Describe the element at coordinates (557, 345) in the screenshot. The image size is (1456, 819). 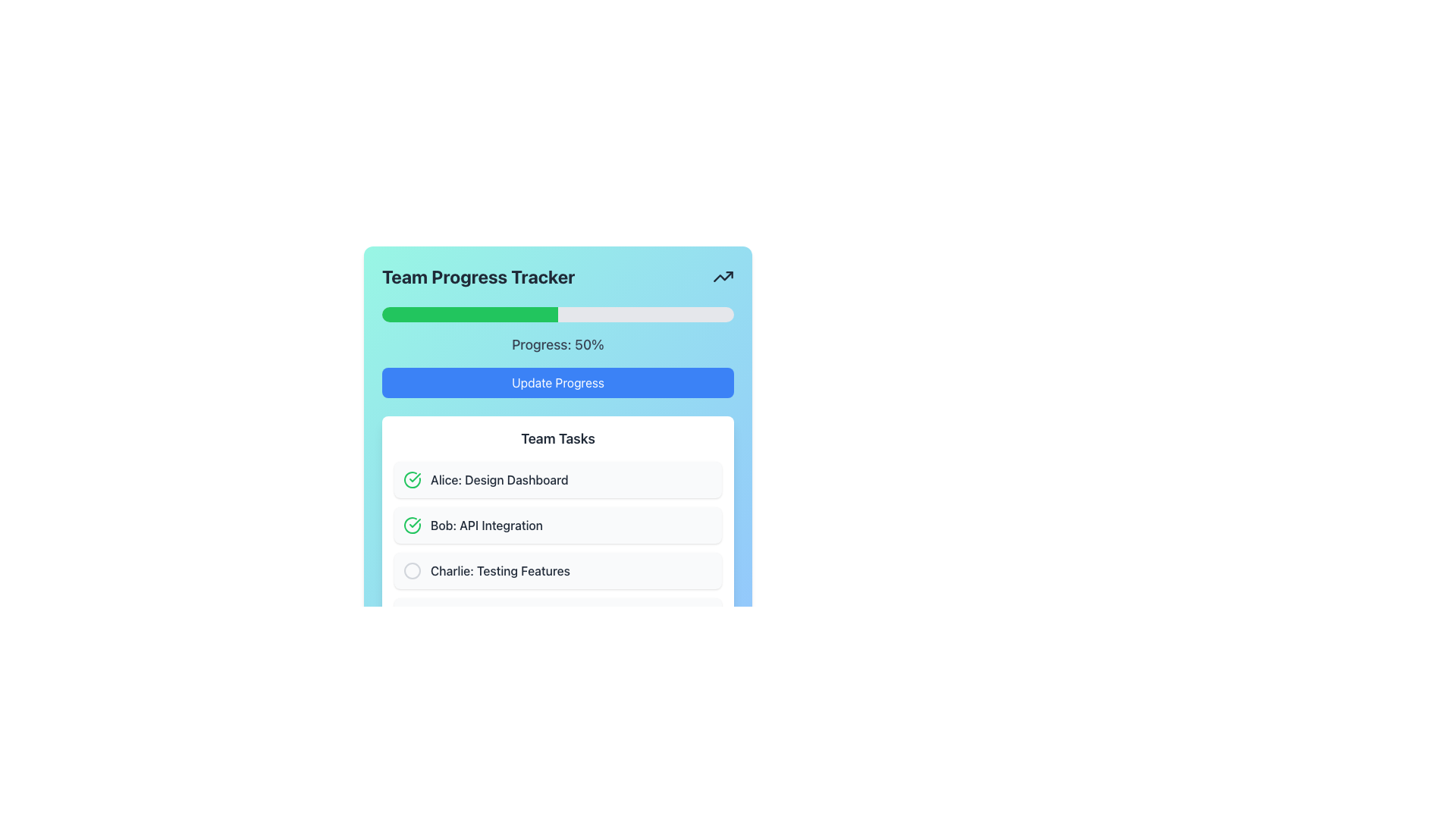
I see `the text label displaying 'Progress: 50%' in the 'Team Progress Tracker' section, which is styled with a medium-large font and centered alignment` at that location.